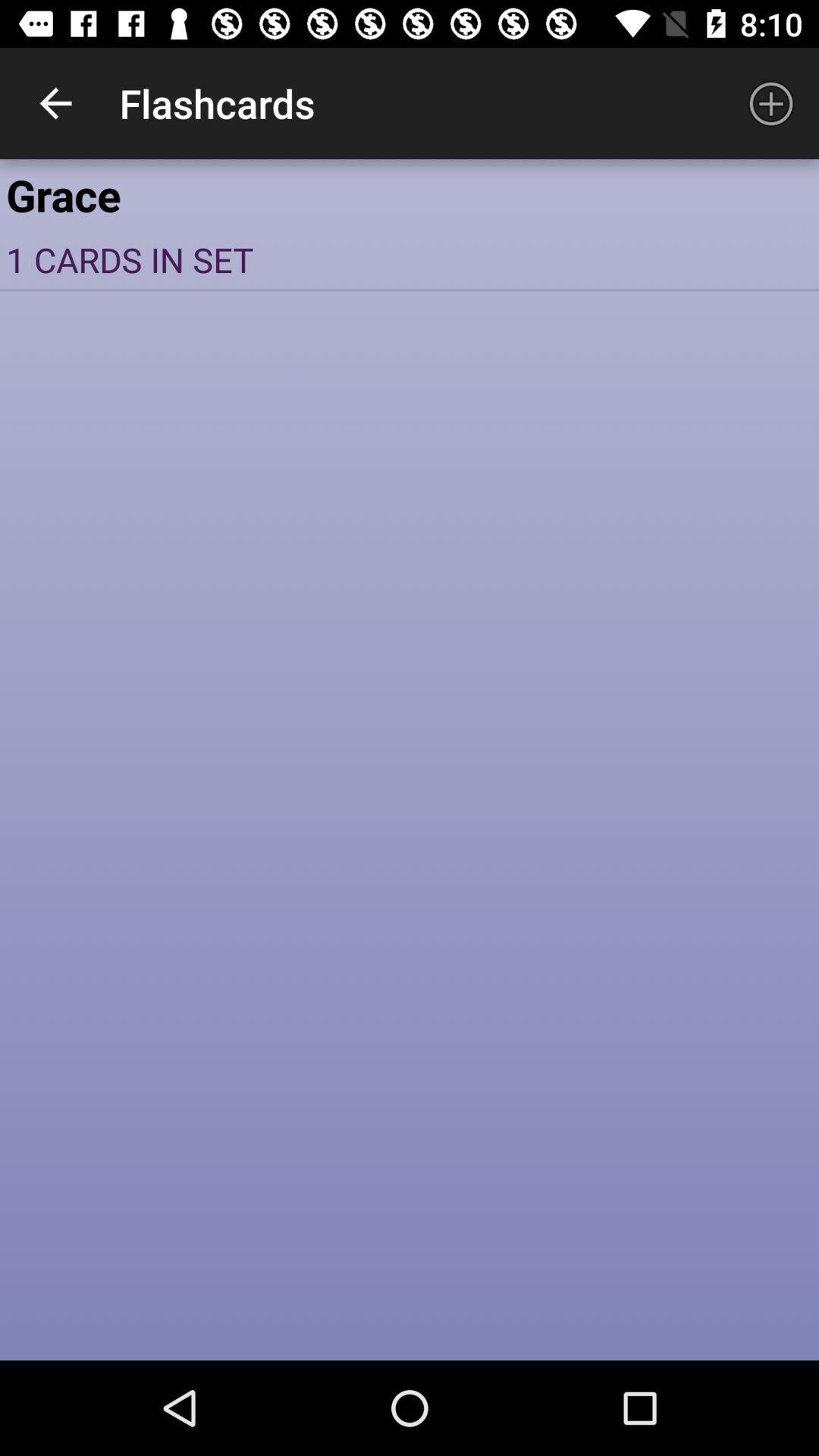  Describe the element at coordinates (771, 102) in the screenshot. I see `the item at the top right corner` at that location.